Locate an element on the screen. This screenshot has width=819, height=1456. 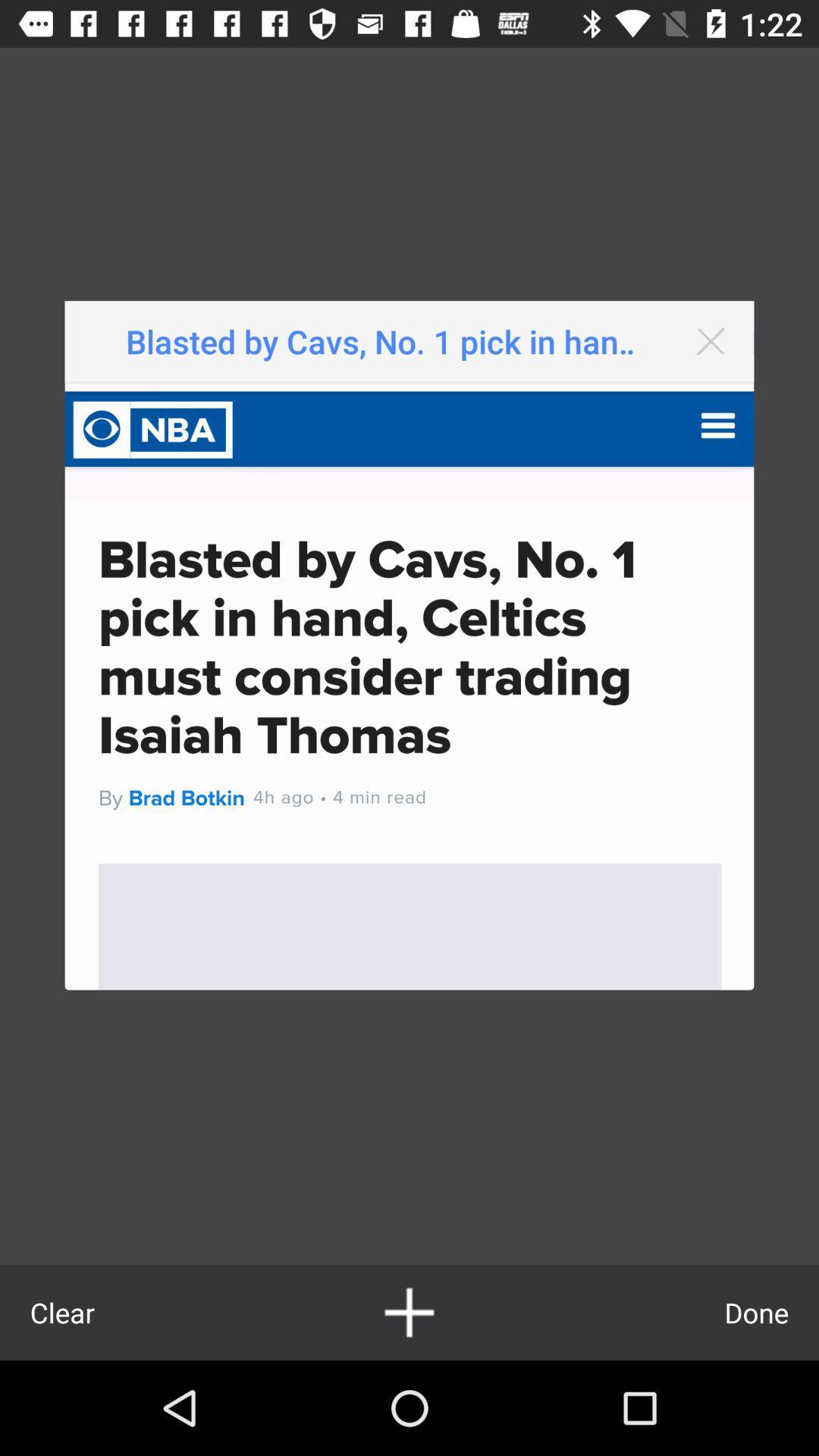
news is located at coordinates (409, 1312).